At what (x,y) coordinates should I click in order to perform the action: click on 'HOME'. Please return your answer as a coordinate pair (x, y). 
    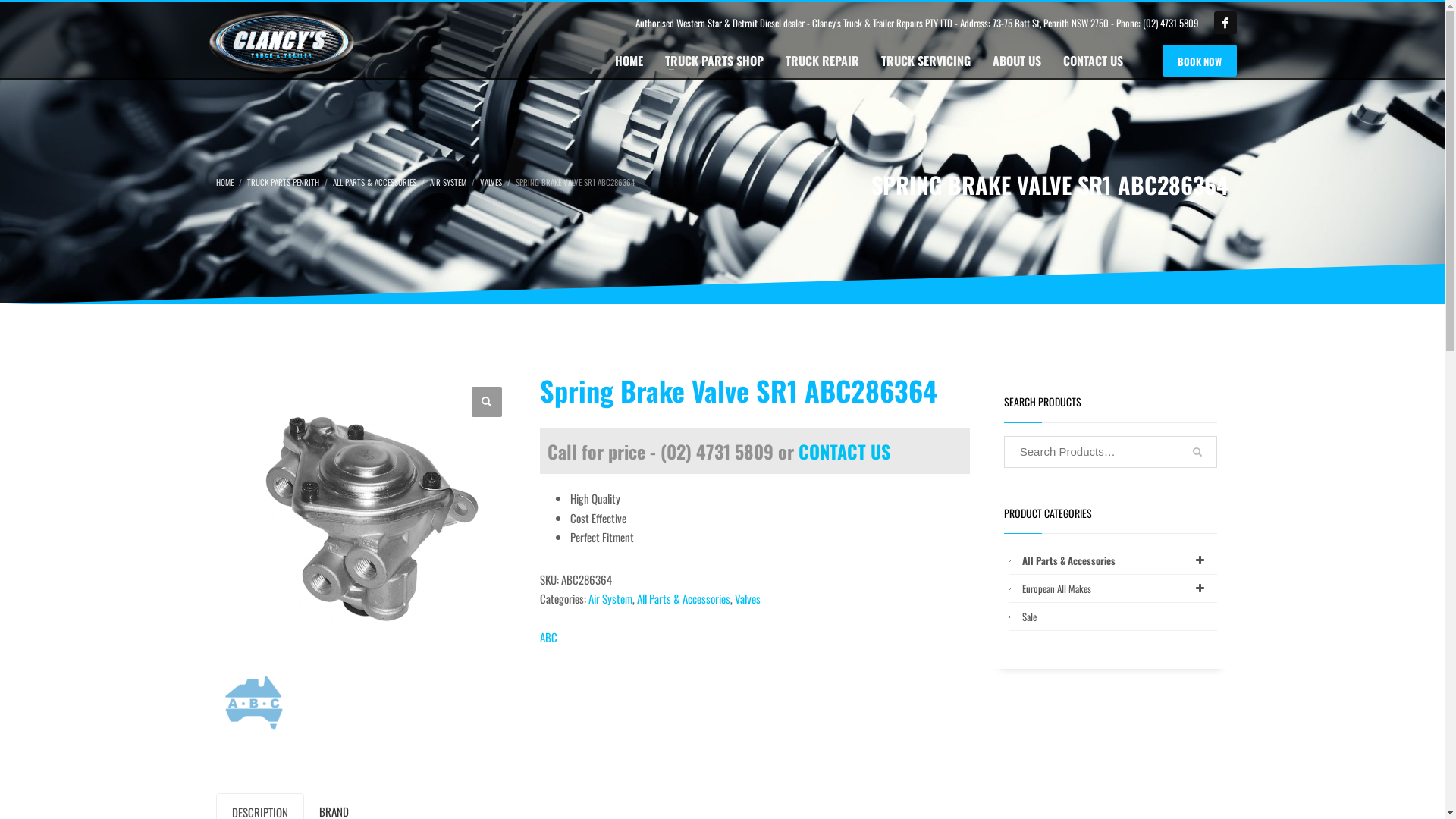
    Looking at the image, I should click on (629, 60).